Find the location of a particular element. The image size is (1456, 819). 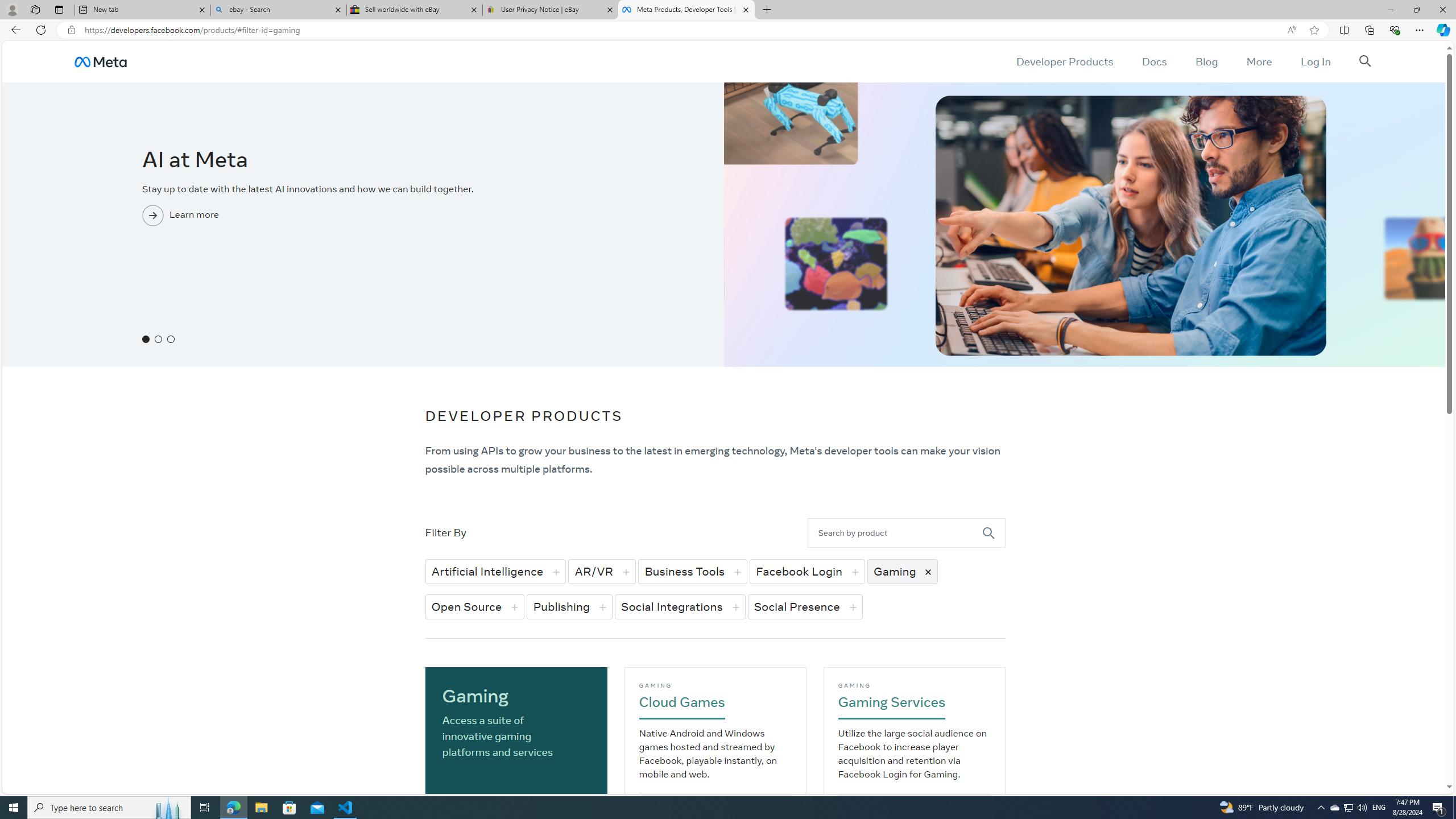

'Meta Products, Developer Tools | Meta for Developers' is located at coordinates (685, 9).